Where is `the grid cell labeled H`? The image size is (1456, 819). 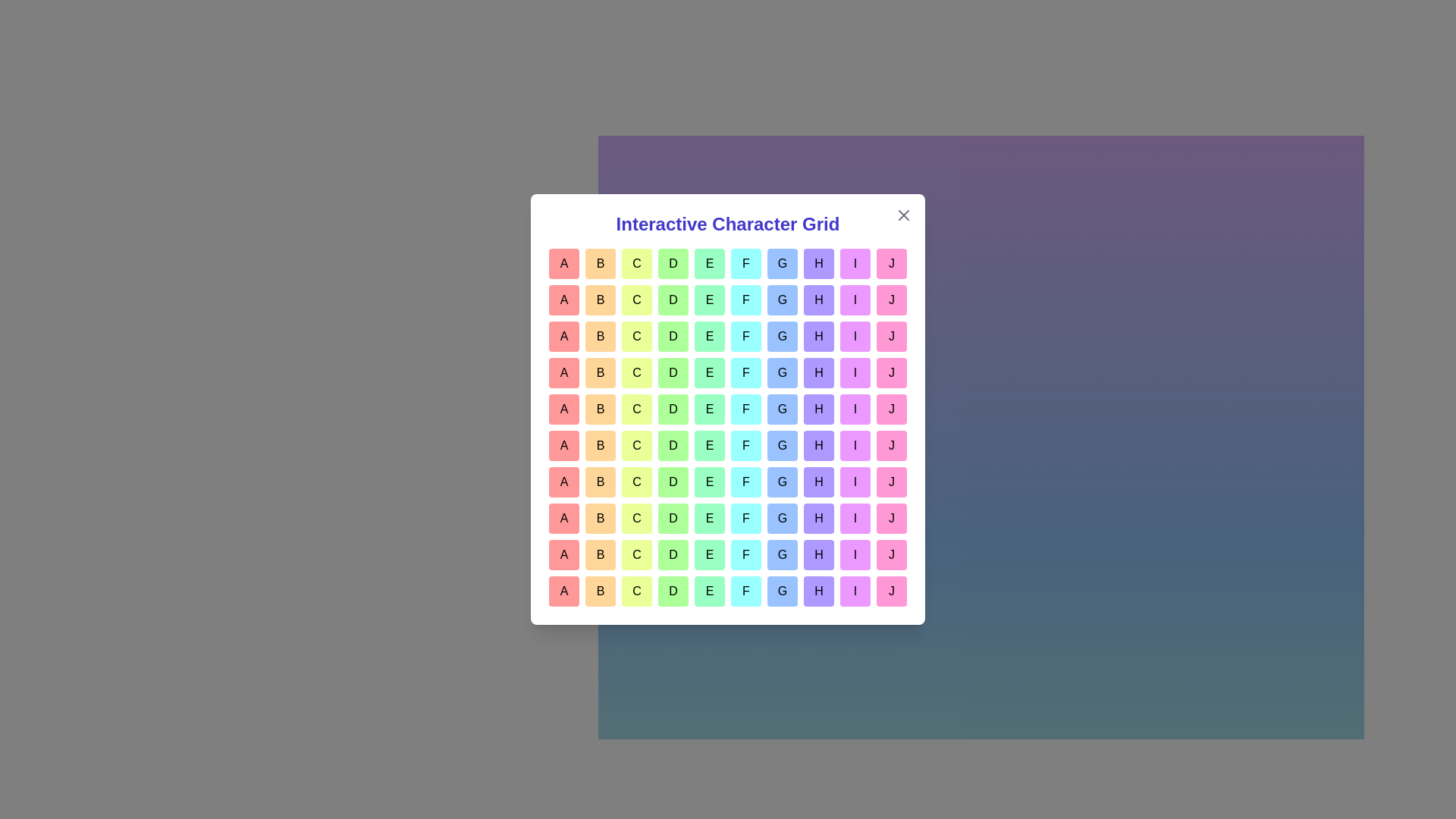
the grid cell labeled H is located at coordinates (818, 262).